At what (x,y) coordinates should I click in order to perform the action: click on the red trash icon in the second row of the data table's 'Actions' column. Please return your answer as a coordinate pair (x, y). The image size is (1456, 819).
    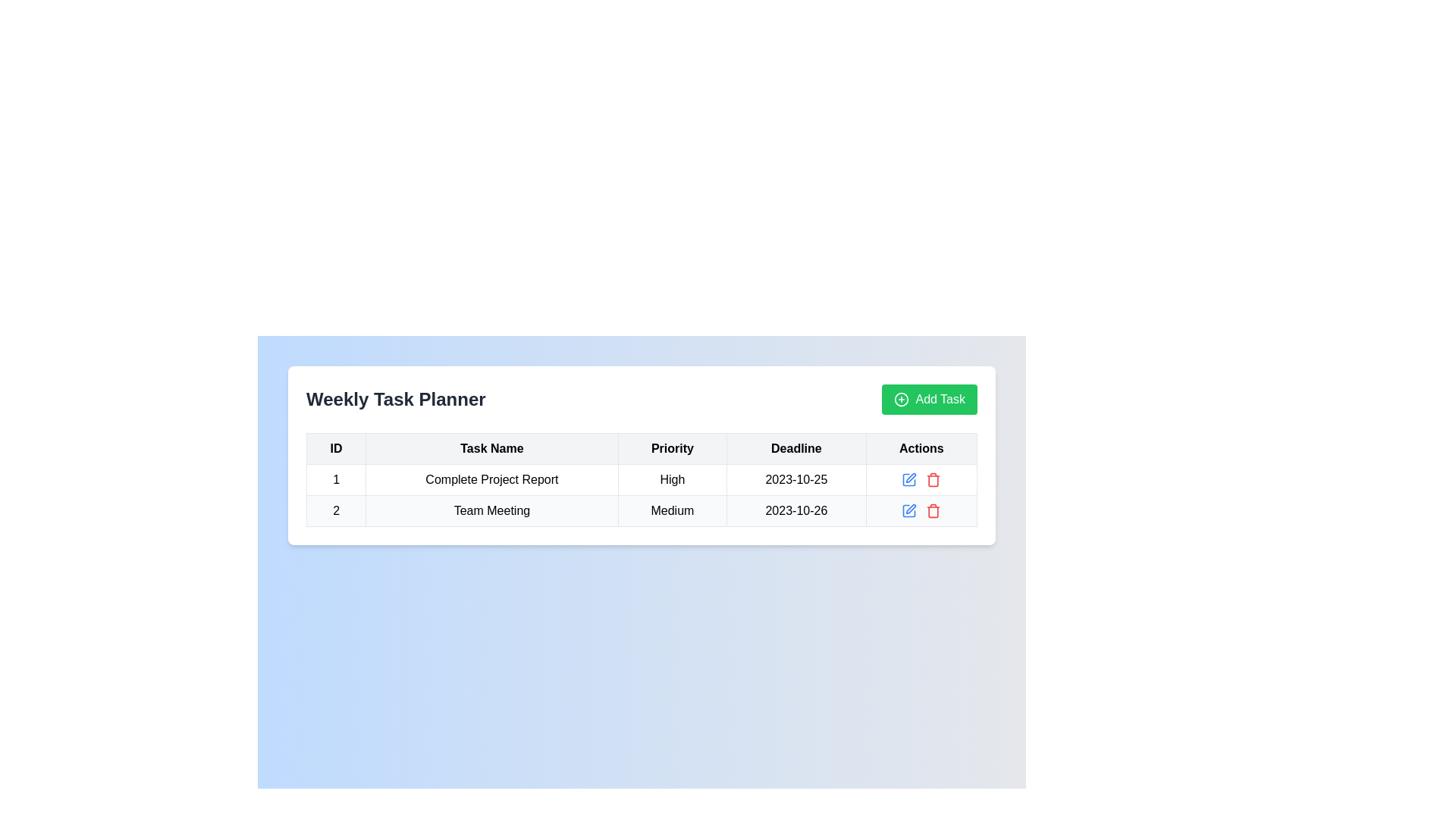
    Looking at the image, I should click on (933, 511).